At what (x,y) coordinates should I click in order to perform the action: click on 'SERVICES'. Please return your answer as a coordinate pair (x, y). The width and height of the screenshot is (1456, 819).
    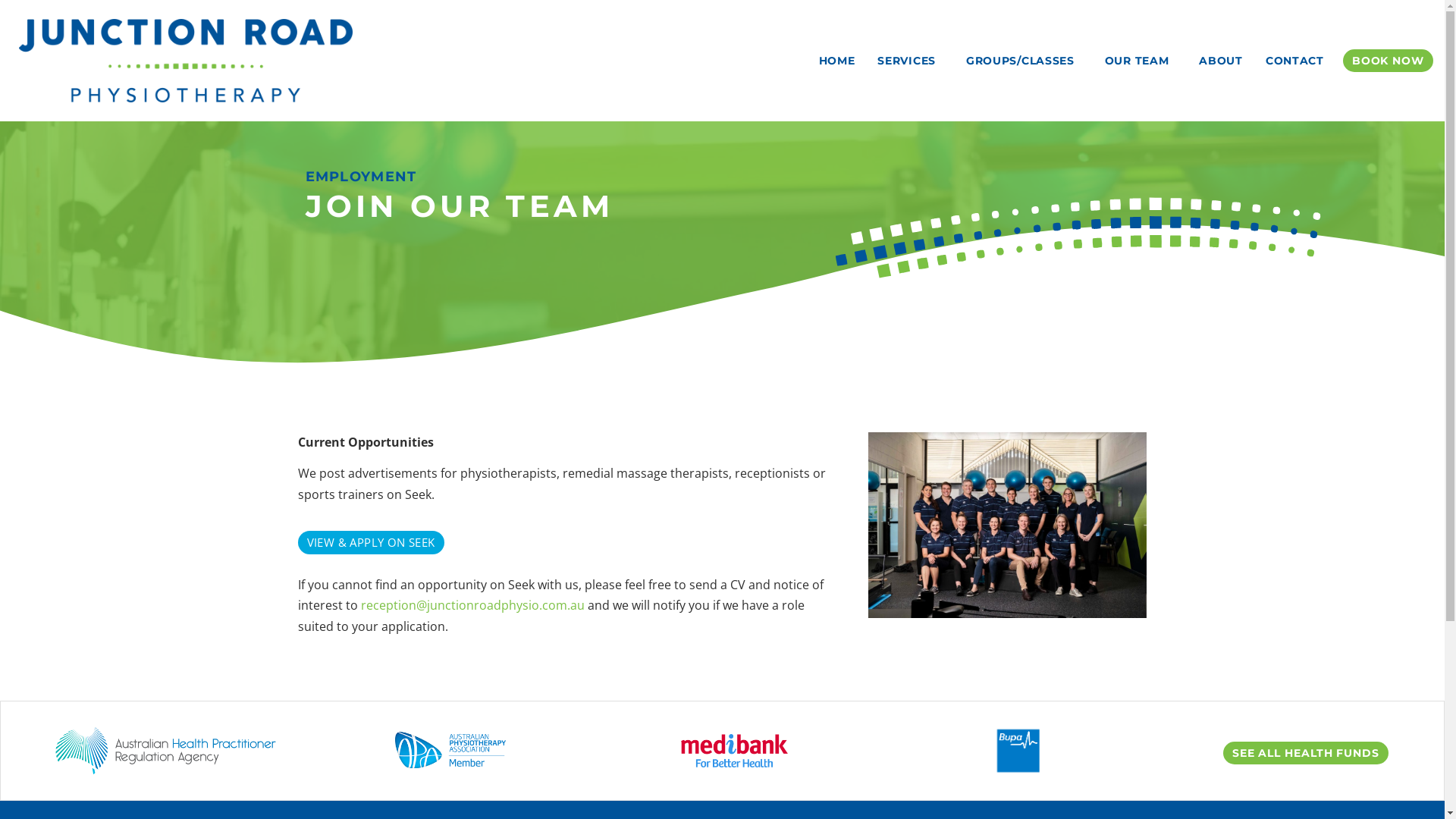
    Looking at the image, I should click on (866, 60).